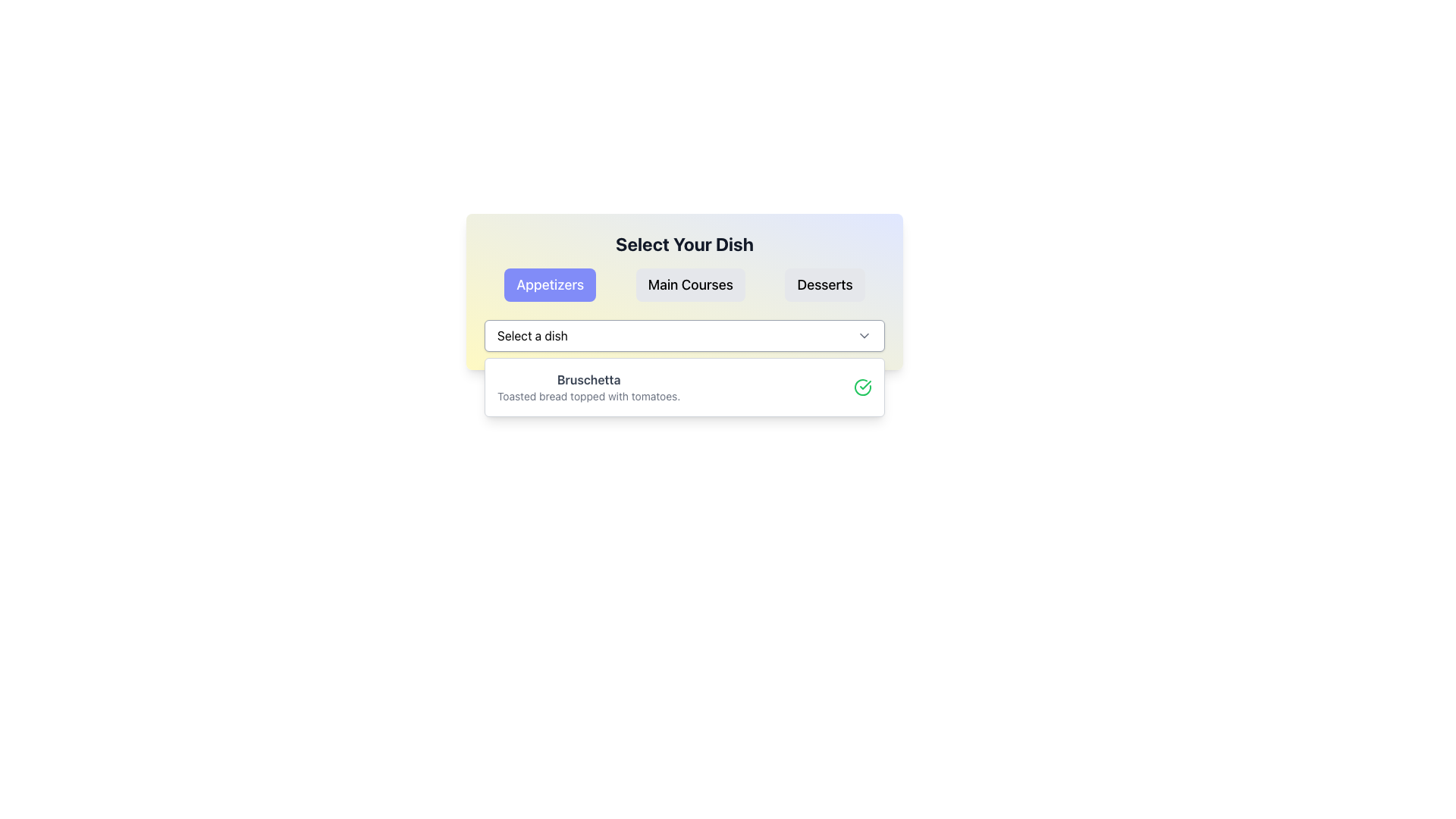 The image size is (1456, 819). What do you see at coordinates (549, 284) in the screenshot?
I see `the leftmost button labeled 'Appetizers', which is styled with a rounded border and indigo background` at bounding box center [549, 284].